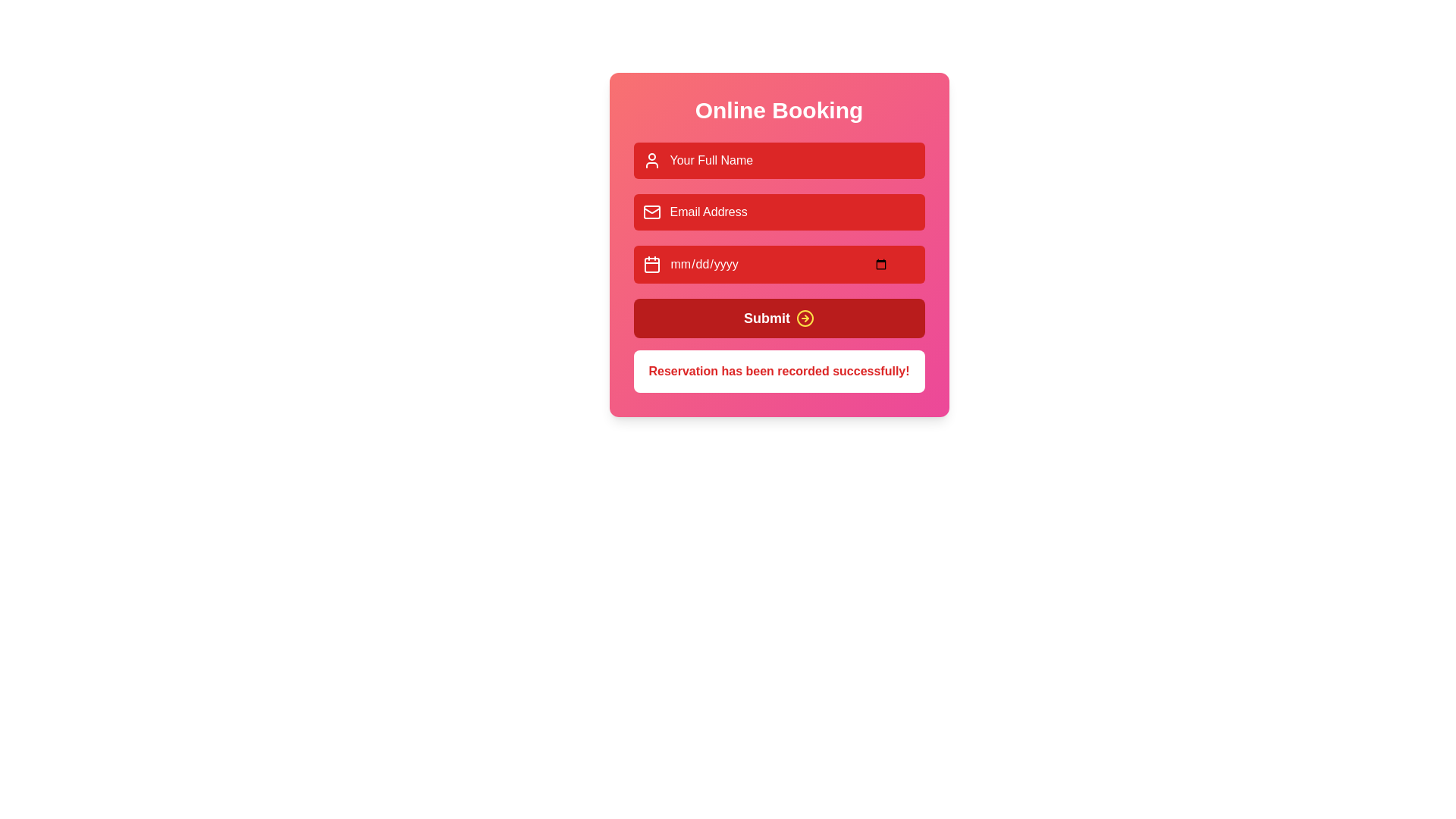 The height and width of the screenshot is (819, 1456). Describe the element at coordinates (651, 263) in the screenshot. I see `the date selection icon located to the left of the 'mm/dd/yyyy' date input field in the third row of input fields` at that location.